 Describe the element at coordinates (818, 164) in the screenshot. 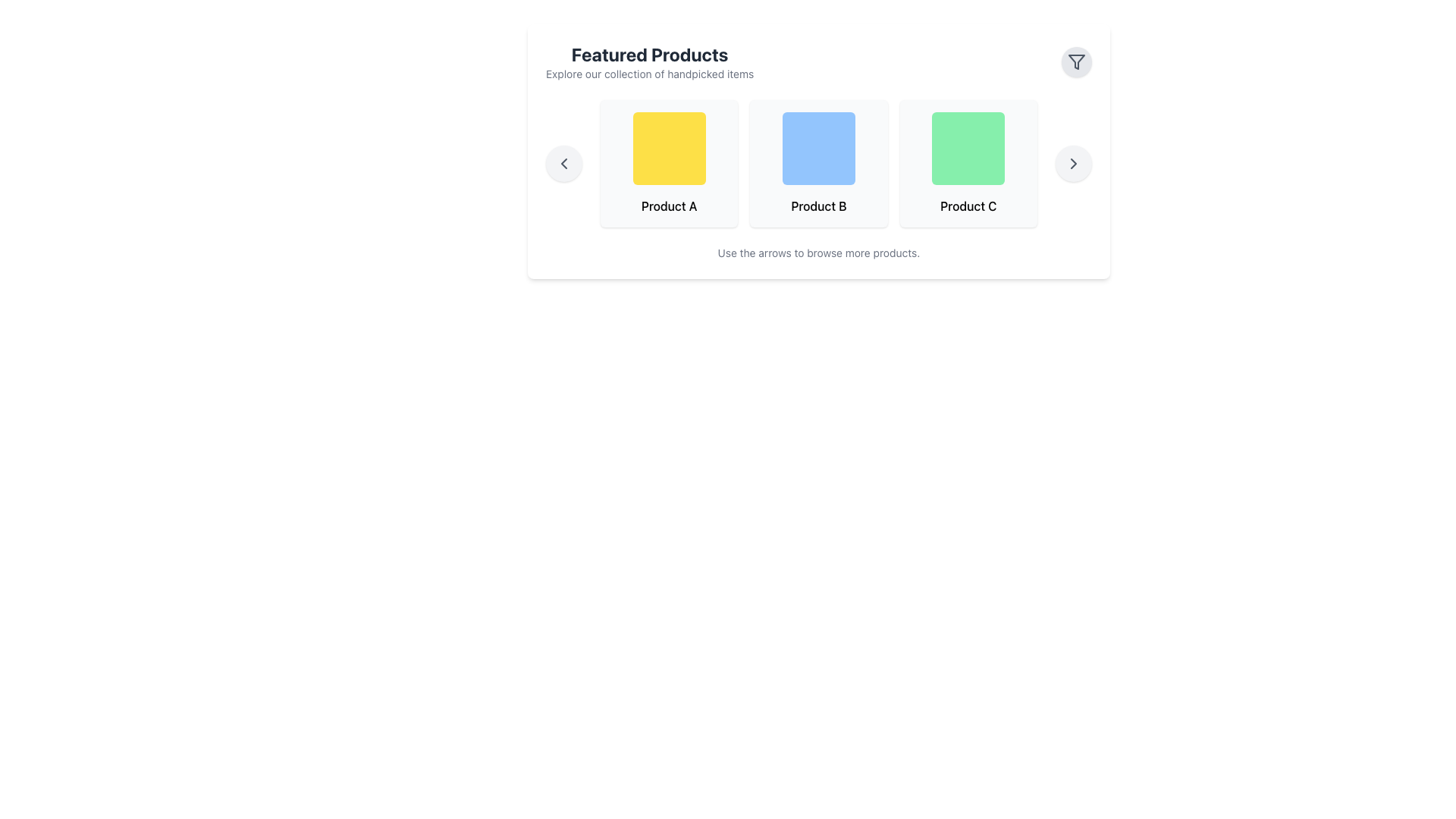

I see `the Grid Layout showcasing featured products, positioned in the middle of the page below the 'Featured Products' heading` at that location.